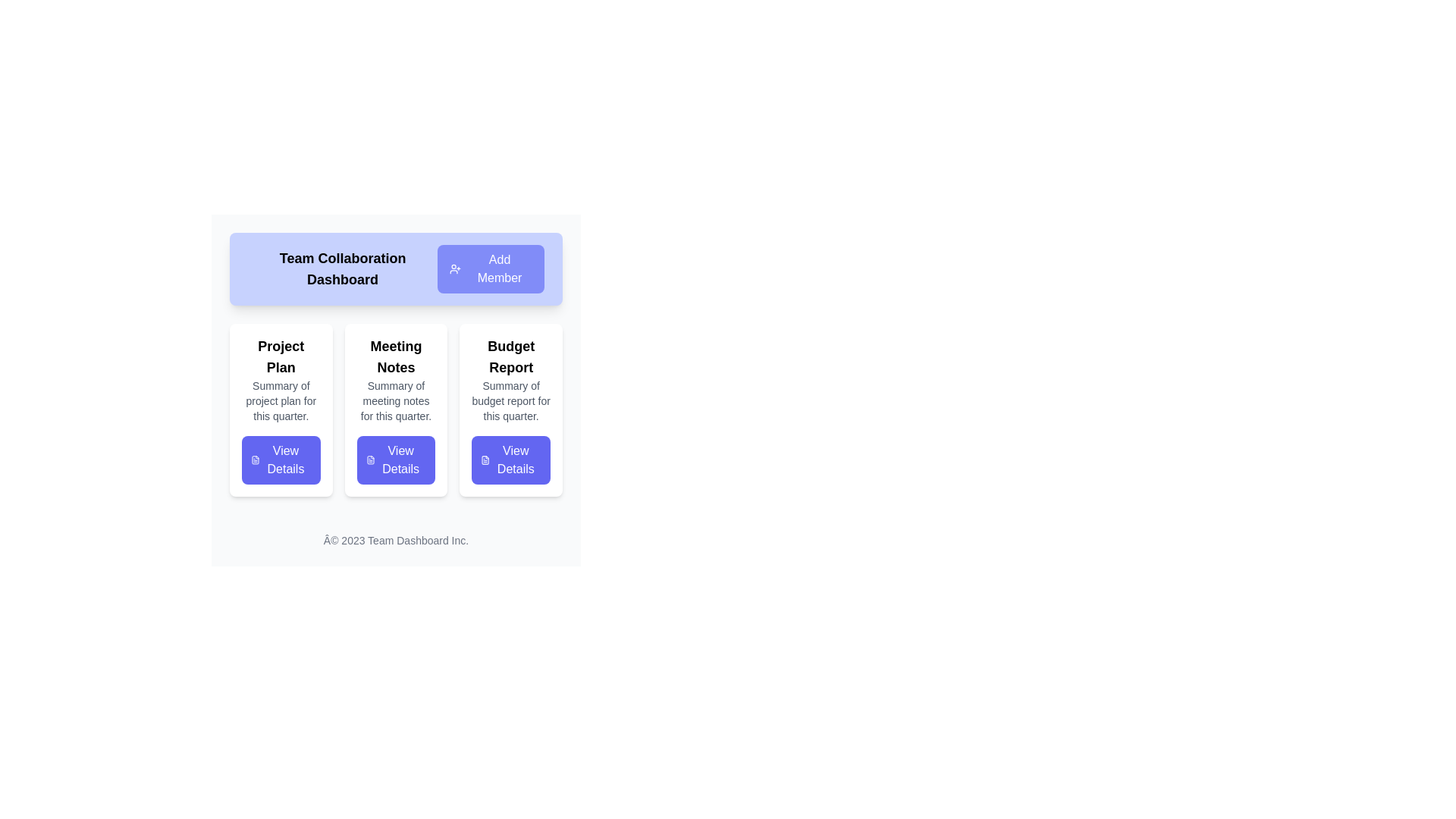 The image size is (1456, 819). What do you see at coordinates (396, 356) in the screenshot?
I see `the 'Meeting Notes' static text label, which is bold and larger, located at the top of the middle card in a three-card layout` at bounding box center [396, 356].